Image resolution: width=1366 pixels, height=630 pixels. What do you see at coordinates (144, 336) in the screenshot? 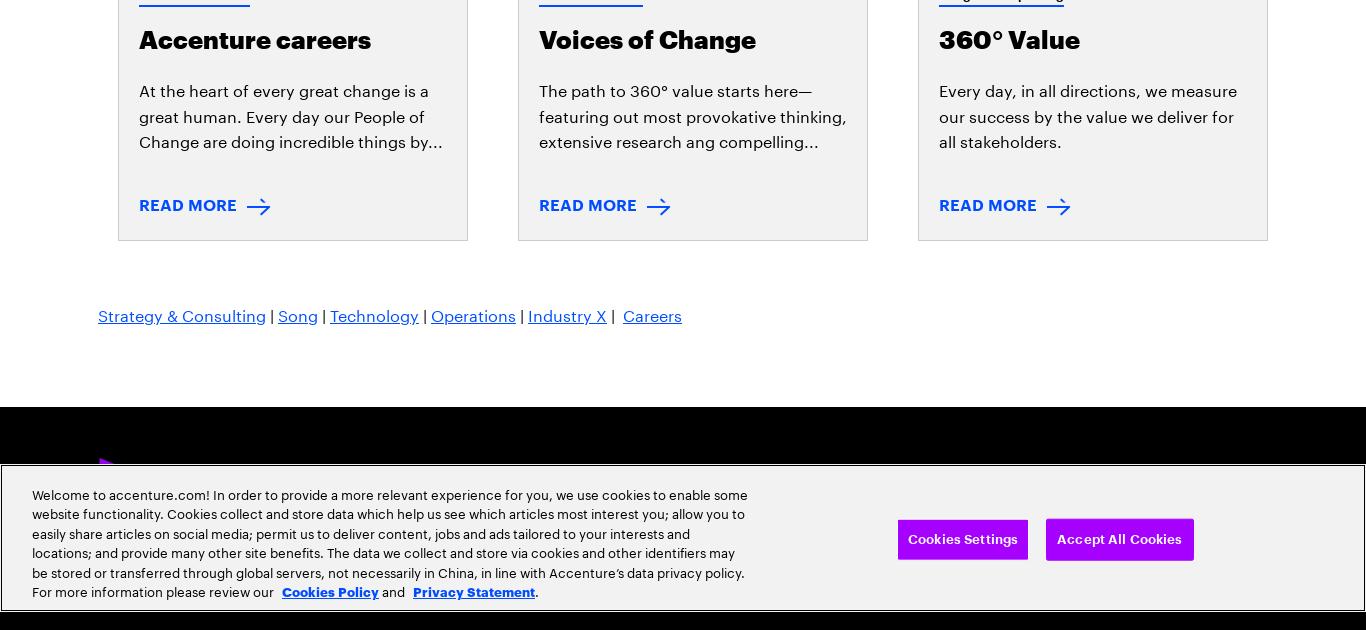
I see `'Privacy Statement'` at bounding box center [144, 336].